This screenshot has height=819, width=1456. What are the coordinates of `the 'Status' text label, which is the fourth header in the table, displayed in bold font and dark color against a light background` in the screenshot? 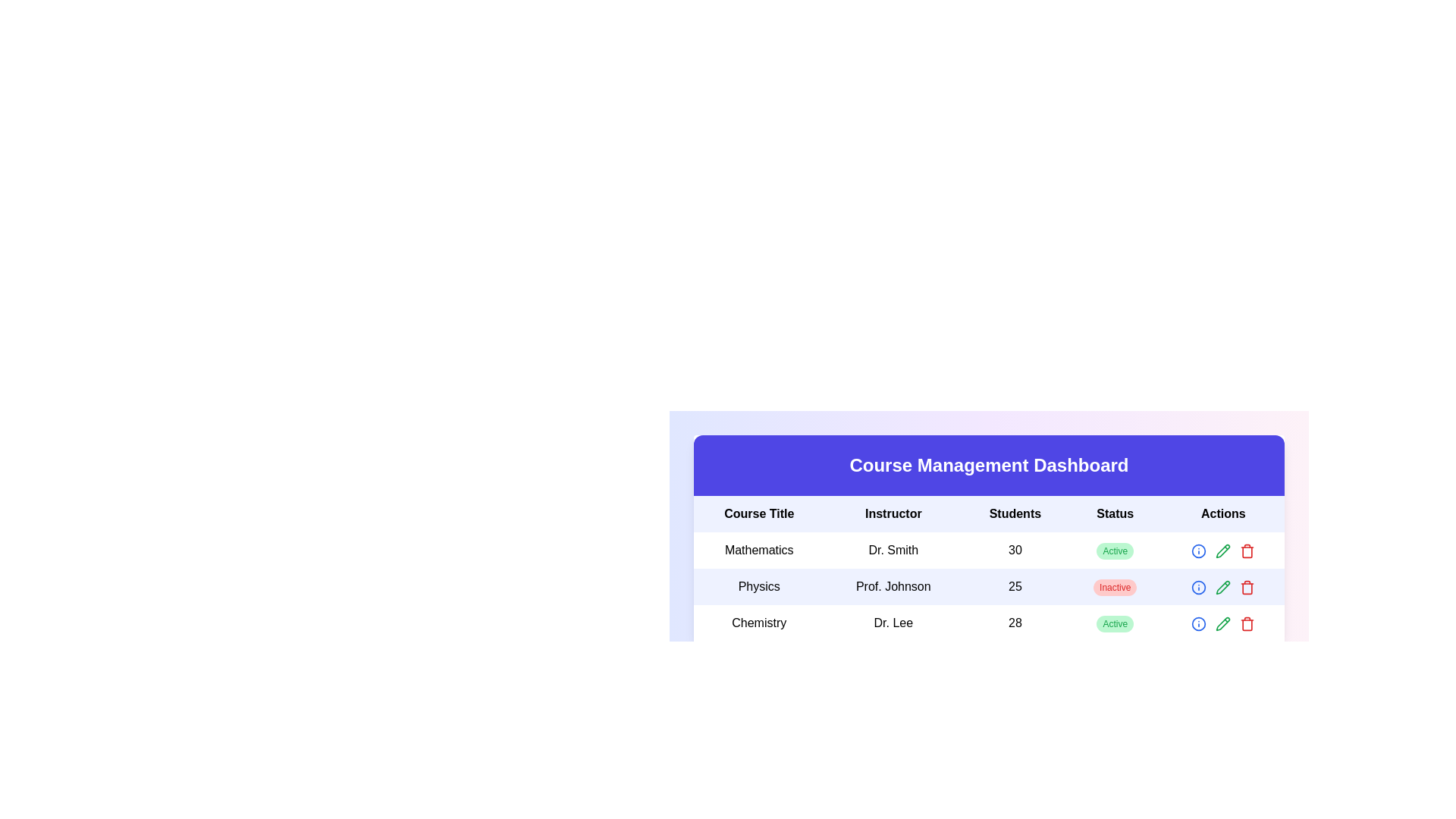 It's located at (1115, 513).